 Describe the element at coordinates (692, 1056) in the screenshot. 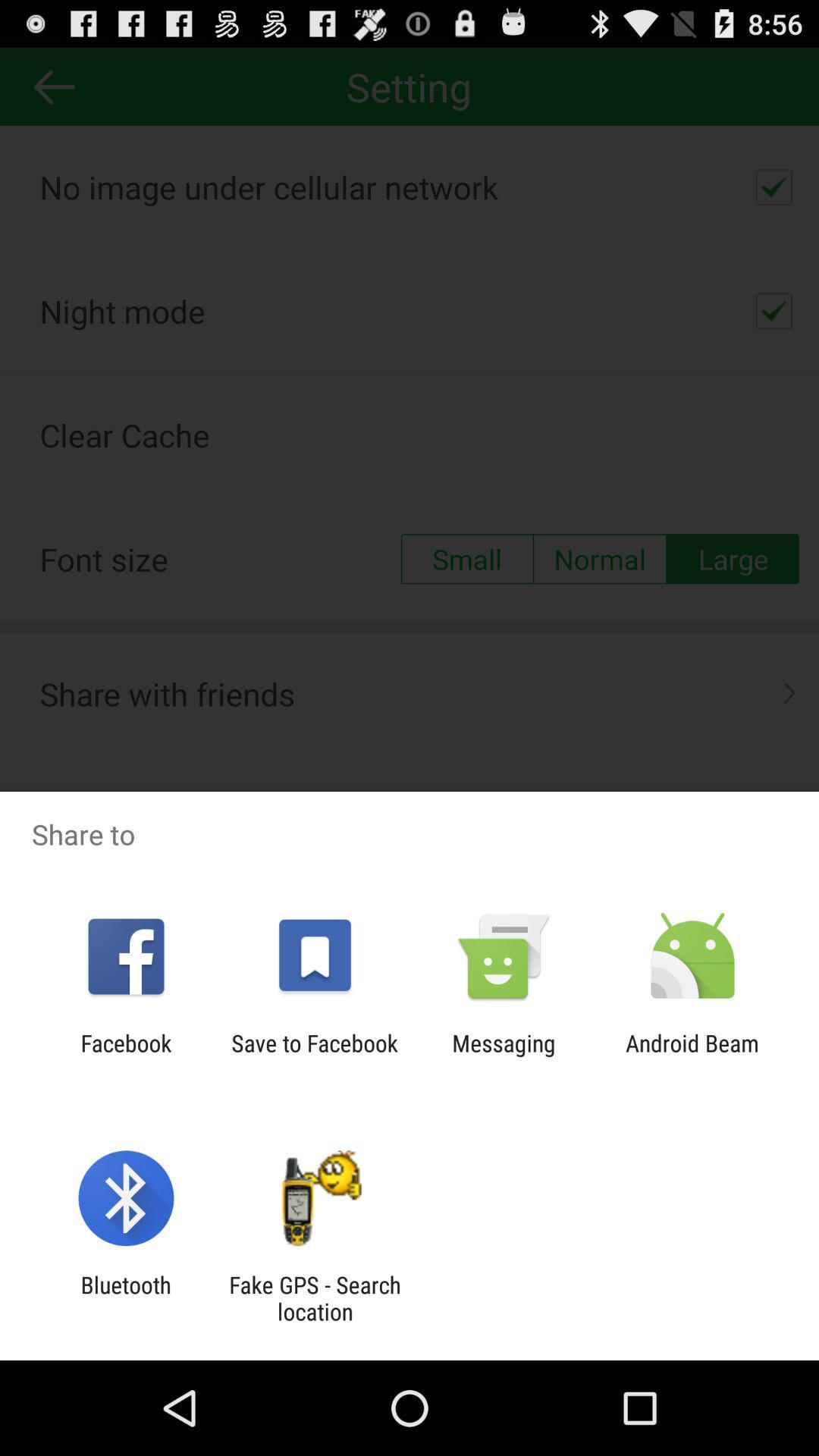

I see `app at the bottom right corner` at that location.